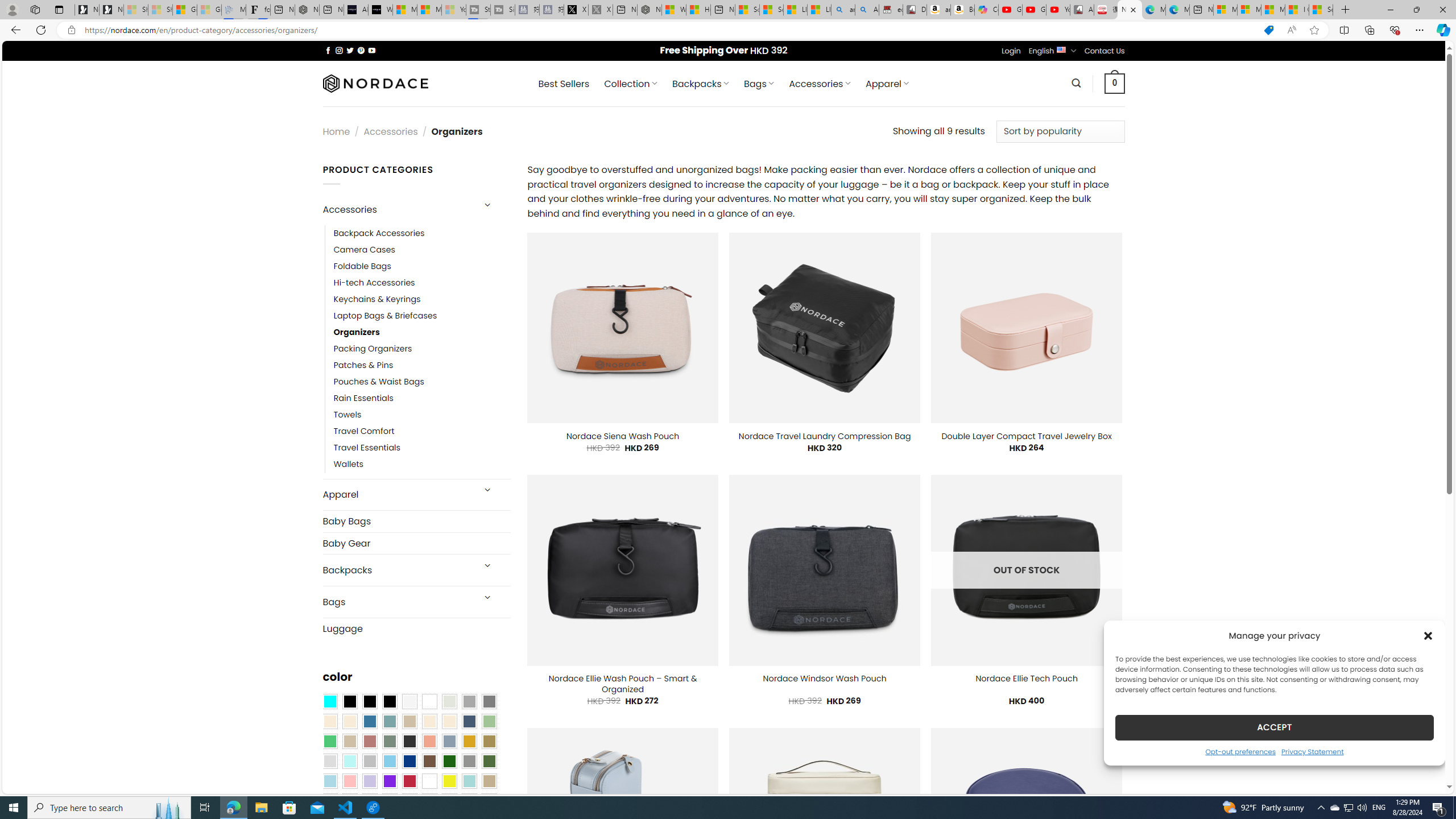 The width and height of the screenshot is (1456, 819). I want to click on 'Wallets', so click(348, 464).